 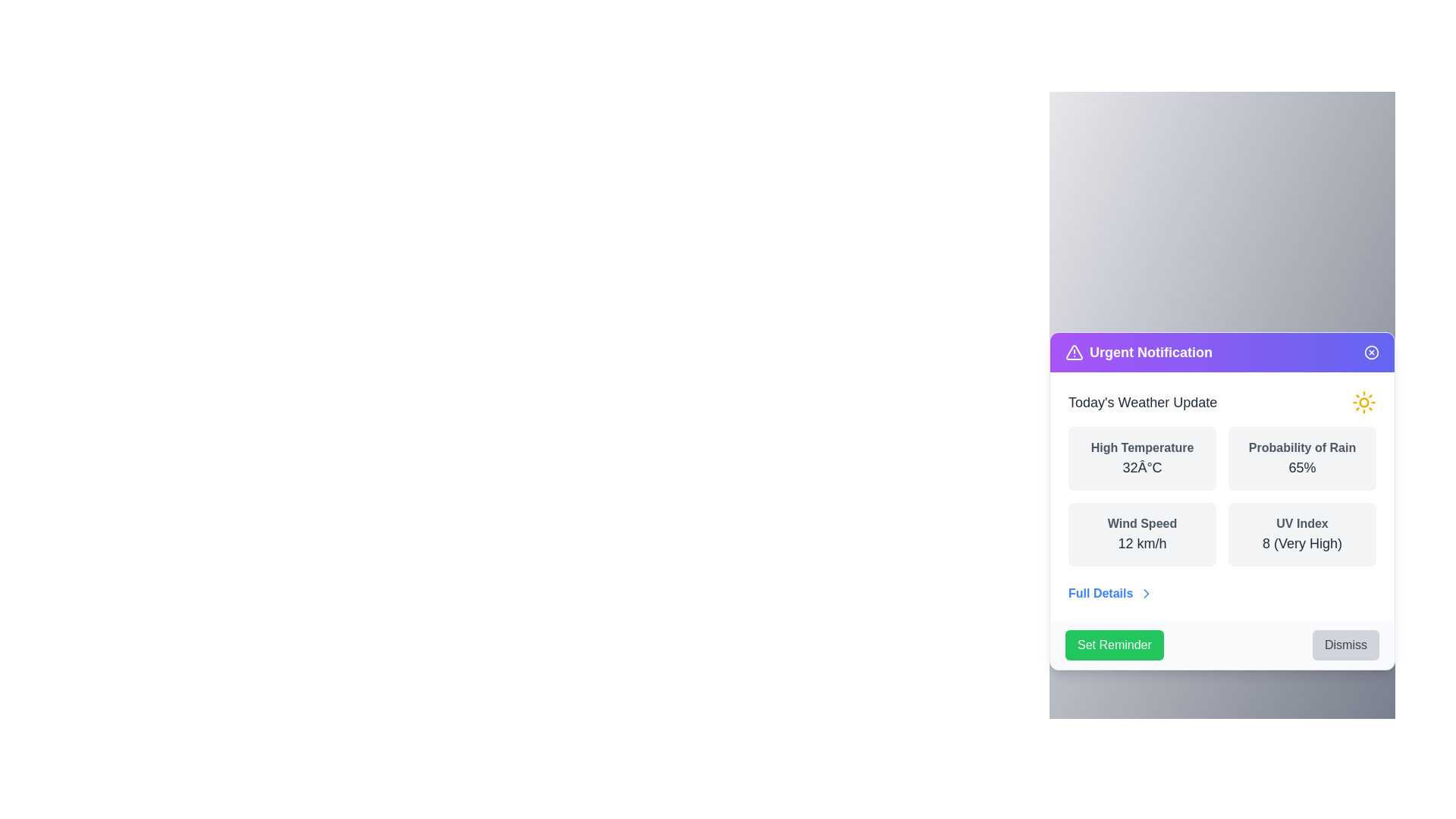 I want to click on the blue, underlined text reading 'Full Details' to follow the link located in the lower section of the weather information card, so click(x=1100, y=593).